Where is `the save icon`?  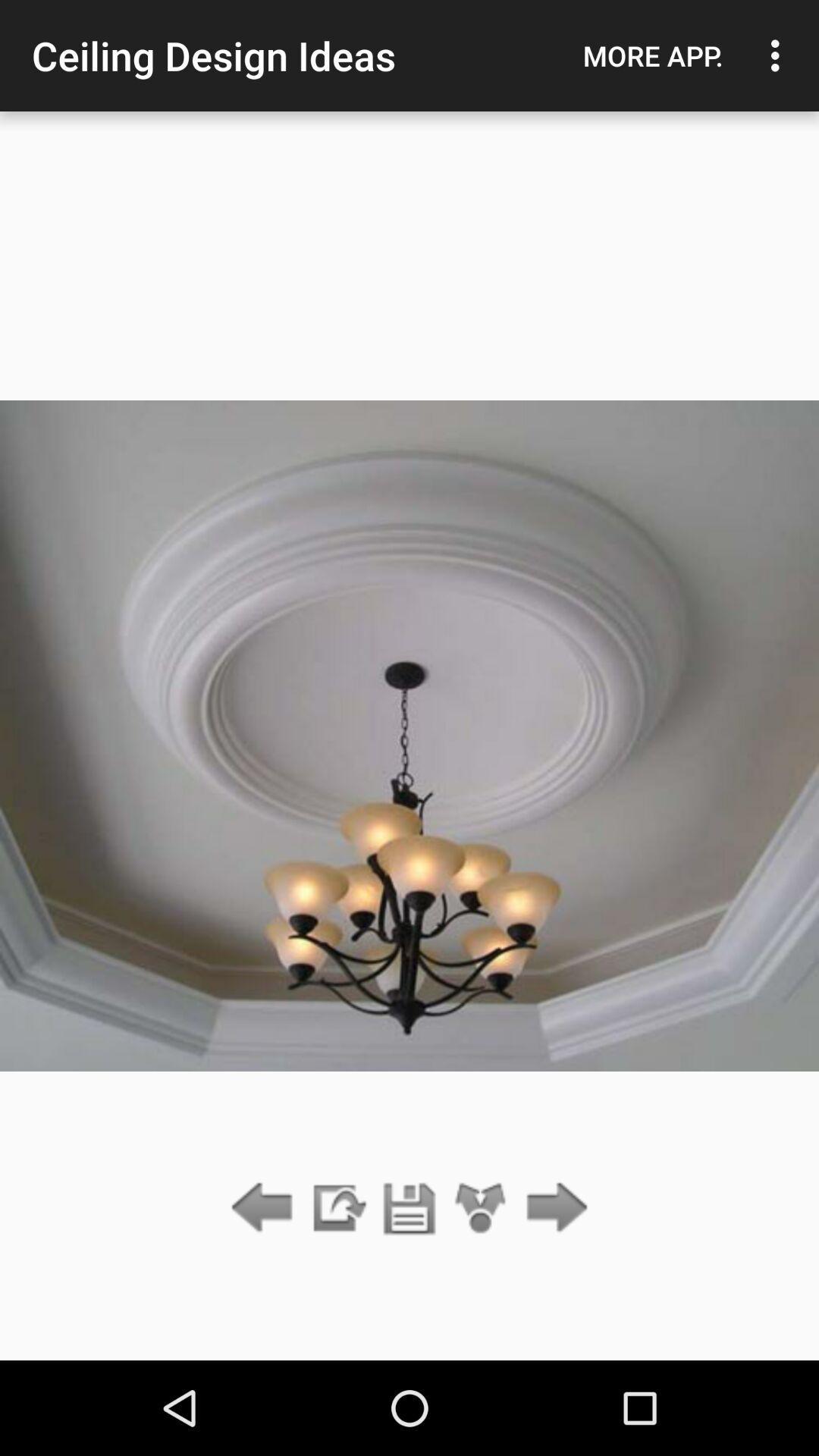 the save icon is located at coordinates (409, 1208).